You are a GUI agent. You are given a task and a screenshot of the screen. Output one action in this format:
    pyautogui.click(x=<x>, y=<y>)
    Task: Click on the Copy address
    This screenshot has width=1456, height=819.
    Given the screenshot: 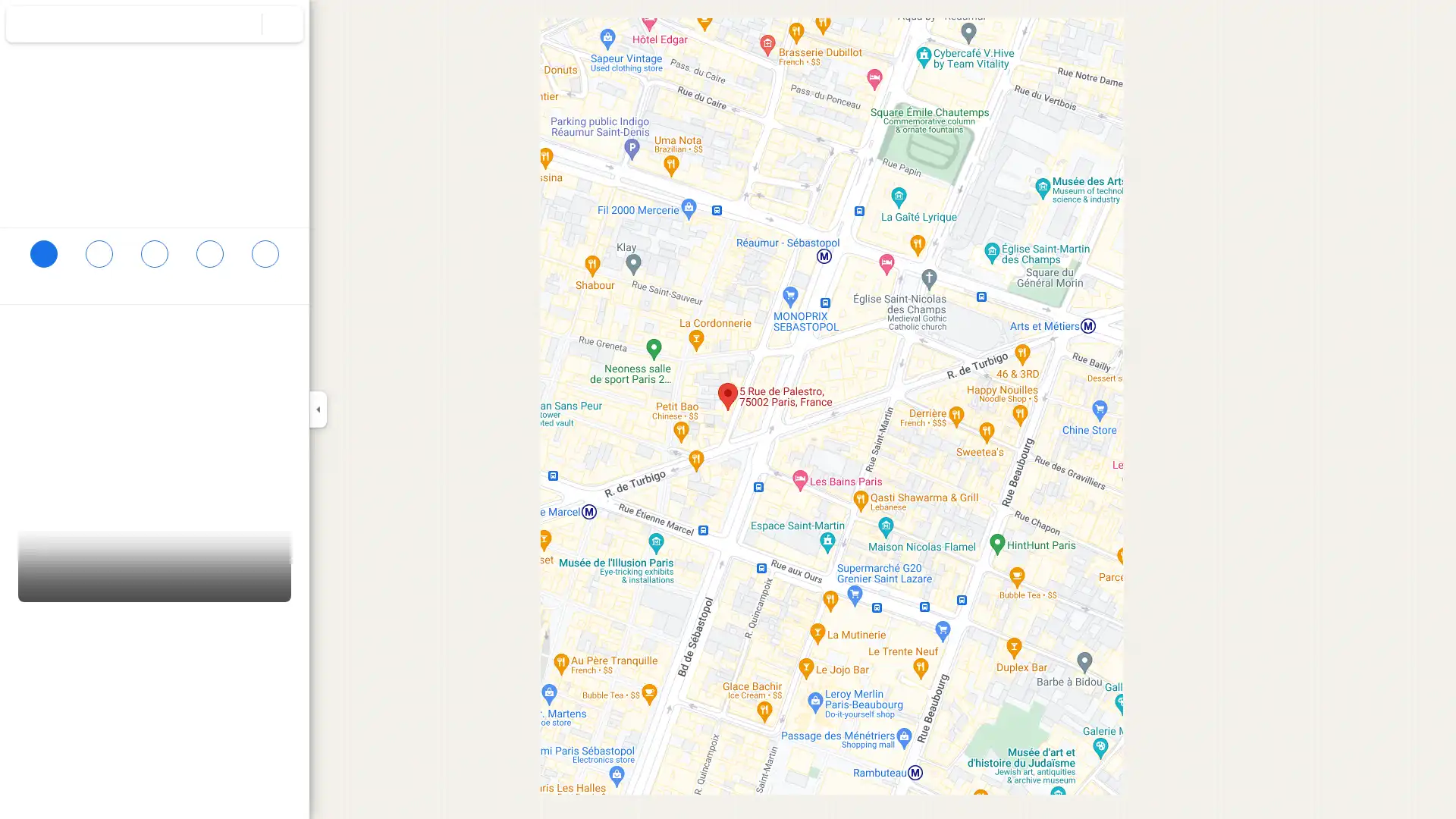 What is the action you would take?
    pyautogui.click(x=281, y=331)
    